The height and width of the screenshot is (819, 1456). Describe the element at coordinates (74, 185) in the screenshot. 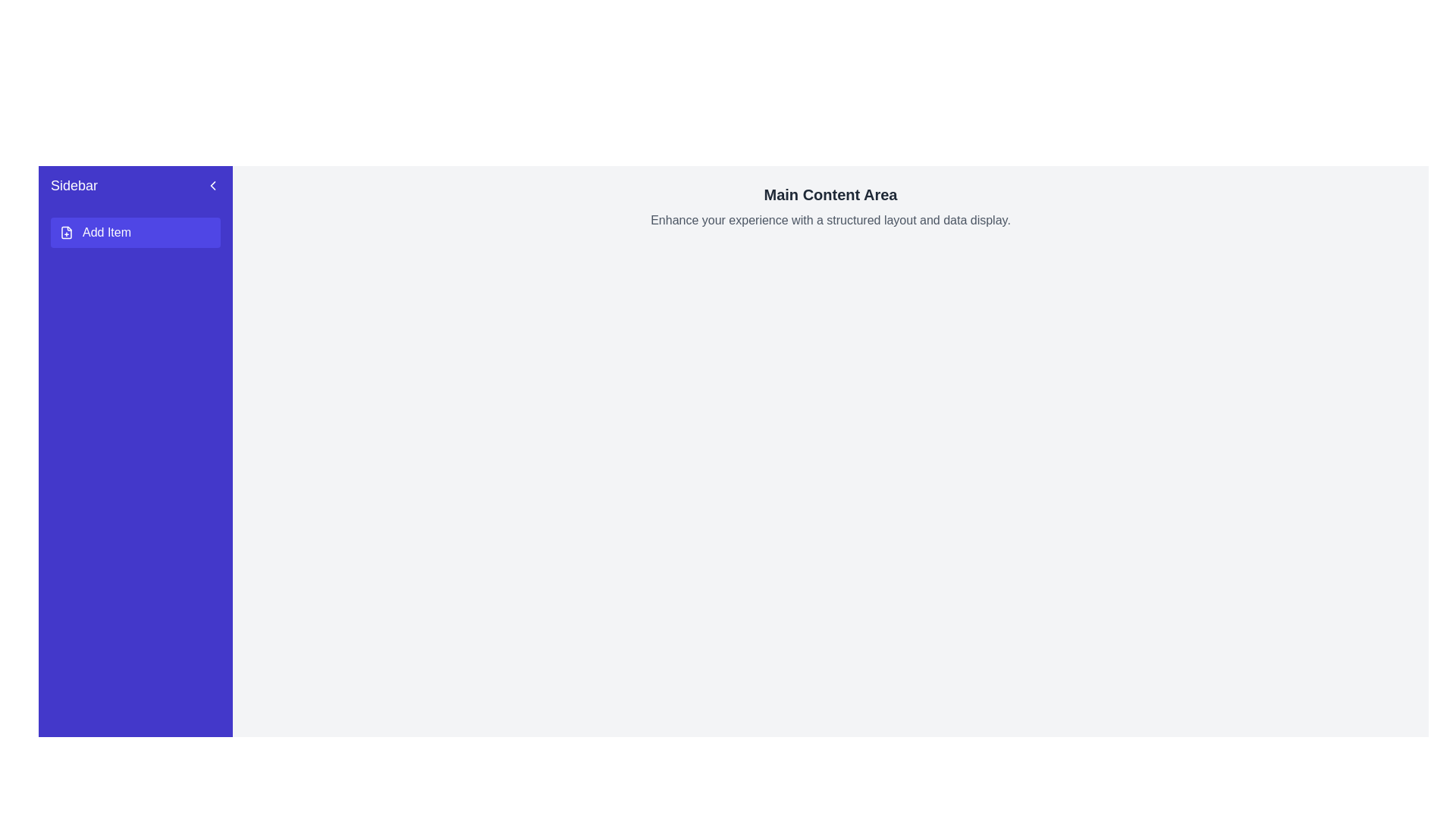

I see `text content of the 'Sidebar' header, which is displayed in a bold, prominent style within the blue sidebar section` at that location.